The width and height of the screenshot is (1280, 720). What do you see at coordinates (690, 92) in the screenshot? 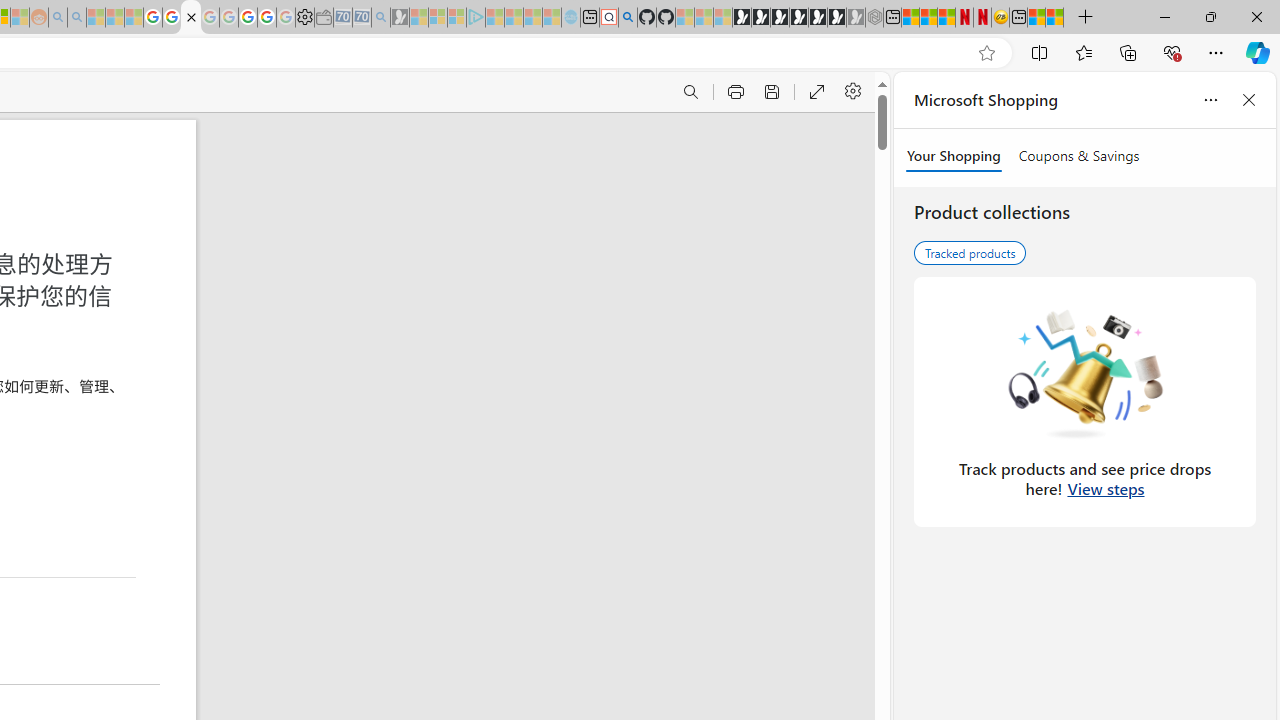
I see `'Find (Ctrl + F)'` at bounding box center [690, 92].